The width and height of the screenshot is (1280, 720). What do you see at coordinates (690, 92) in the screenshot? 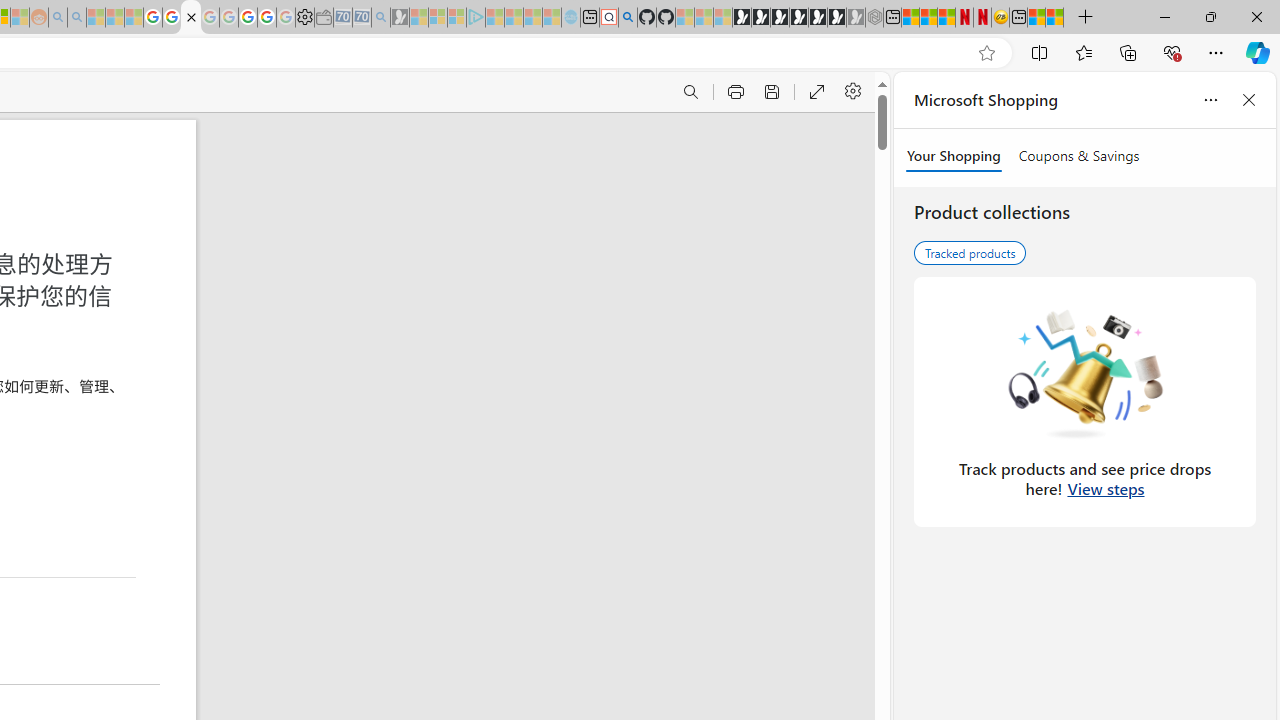
I see `'Find (Ctrl + F)'` at bounding box center [690, 92].